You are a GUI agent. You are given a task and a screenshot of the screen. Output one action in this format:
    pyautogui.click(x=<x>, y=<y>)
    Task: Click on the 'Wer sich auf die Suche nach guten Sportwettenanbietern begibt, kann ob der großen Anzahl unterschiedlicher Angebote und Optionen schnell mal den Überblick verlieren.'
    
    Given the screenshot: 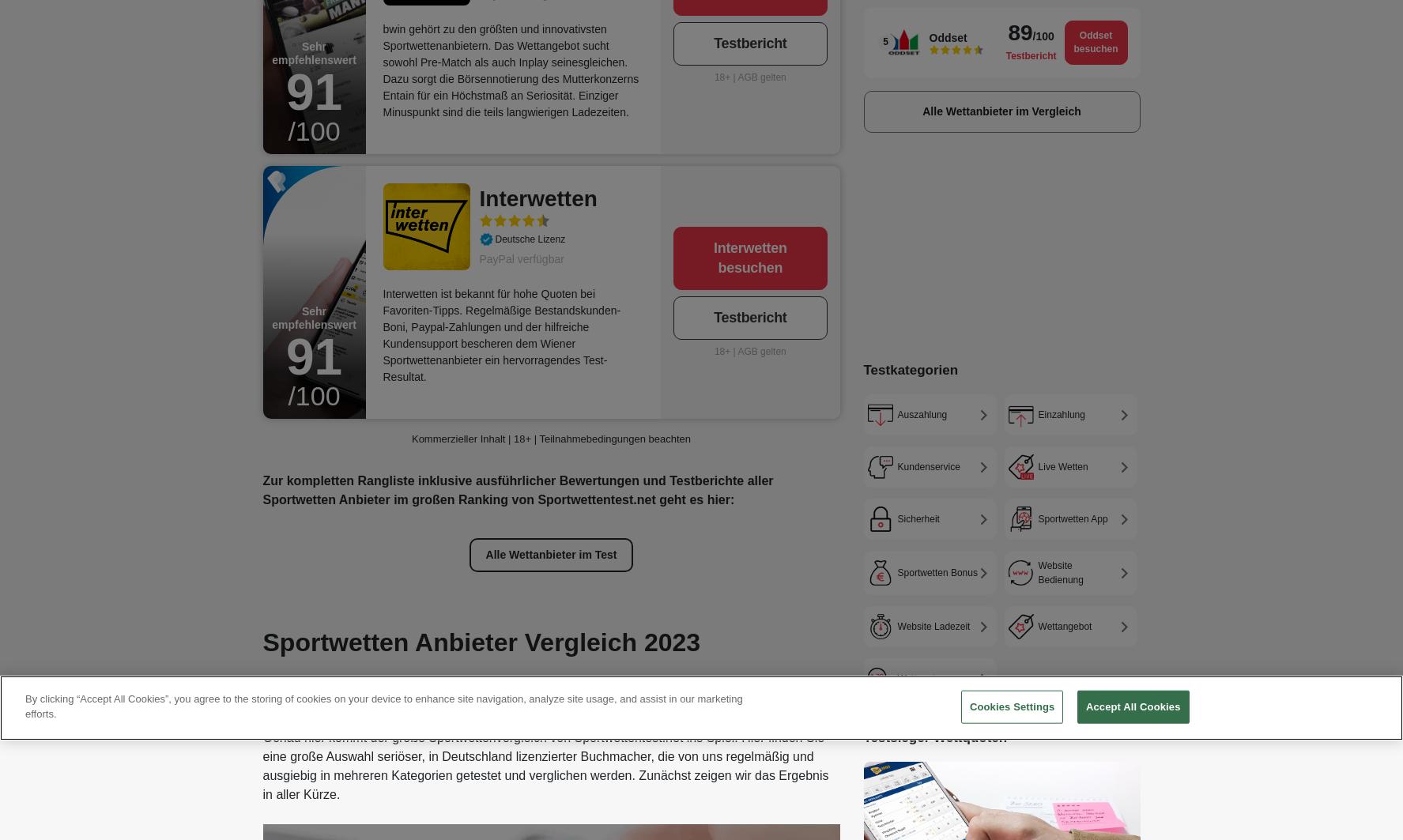 What is the action you would take?
    pyautogui.click(x=519, y=695)
    